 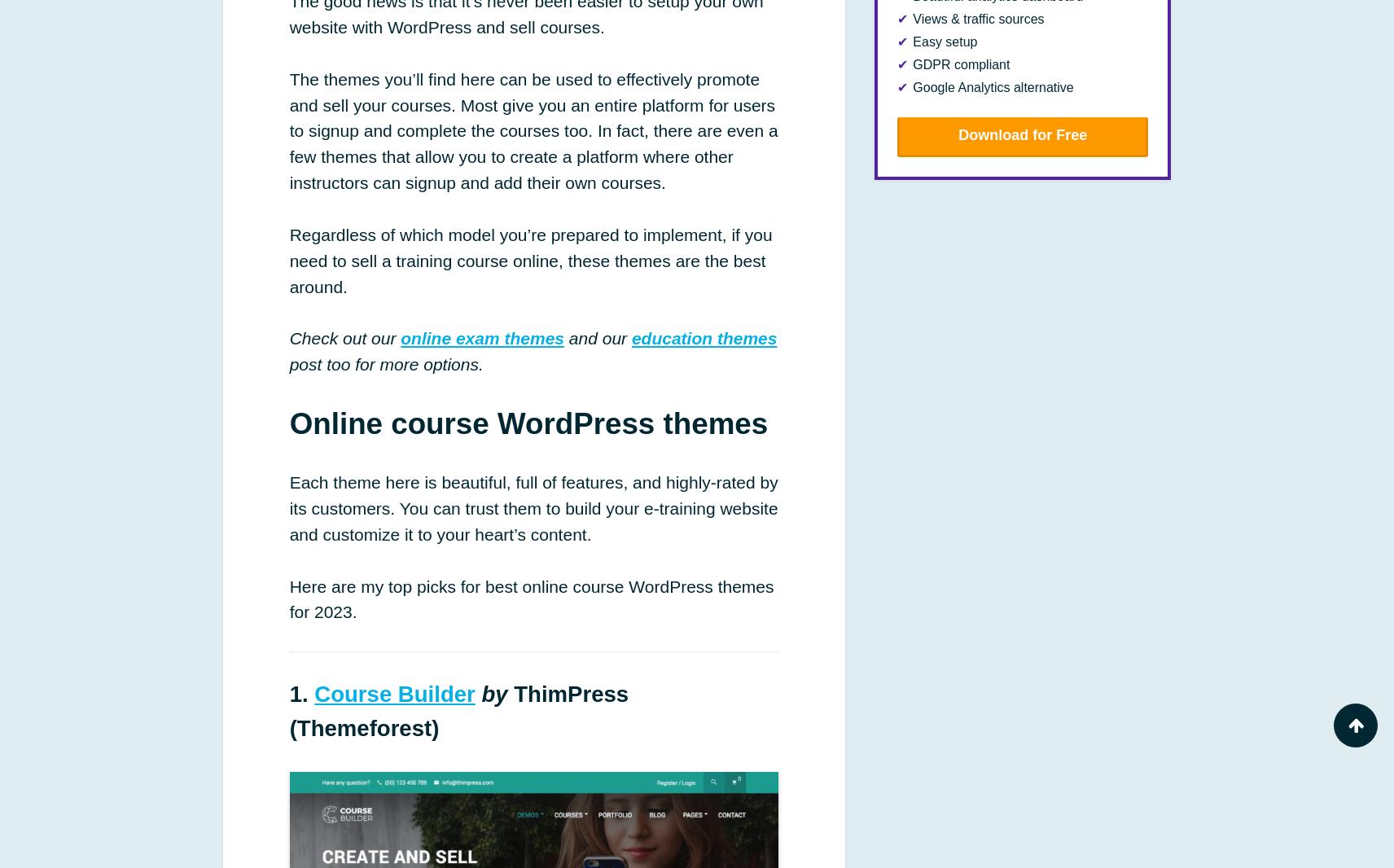 What do you see at coordinates (493, 694) in the screenshot?
I see `'by'` at bounding box center [493, 694].